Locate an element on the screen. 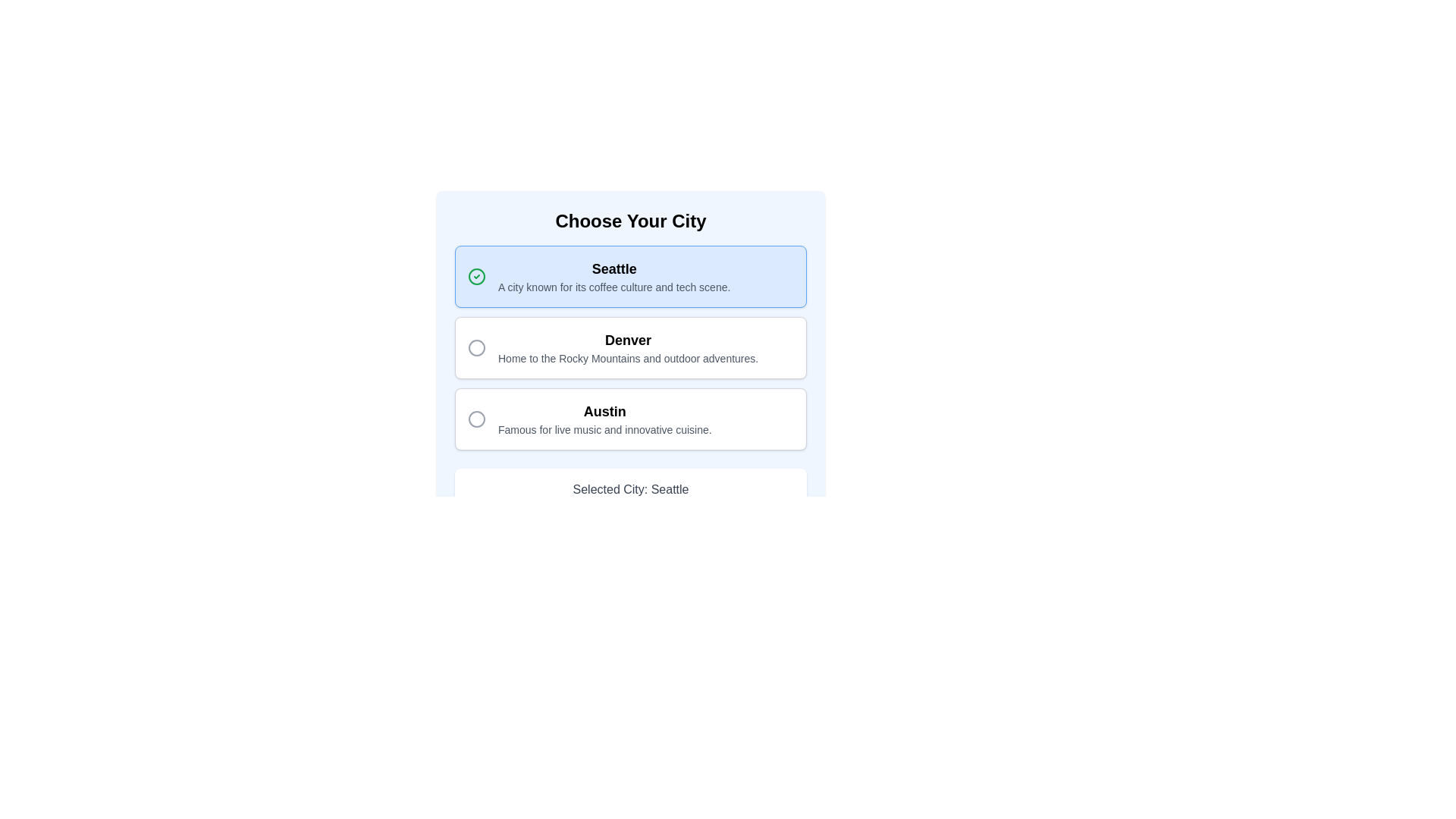  the text label for 'Seattle', which consists of a bold title and a descriptive text in a vertical list of city options is located at coordinates (614, 277).